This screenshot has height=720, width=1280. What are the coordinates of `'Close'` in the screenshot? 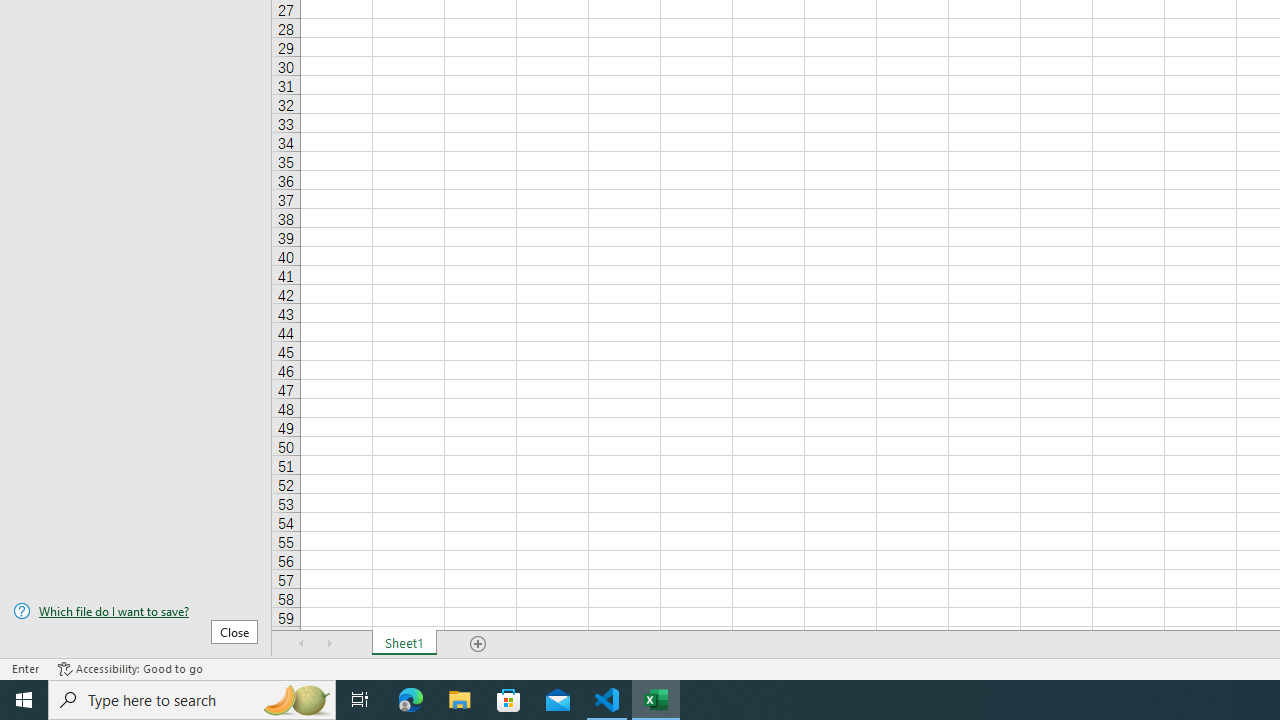 It's located at (234, 631).